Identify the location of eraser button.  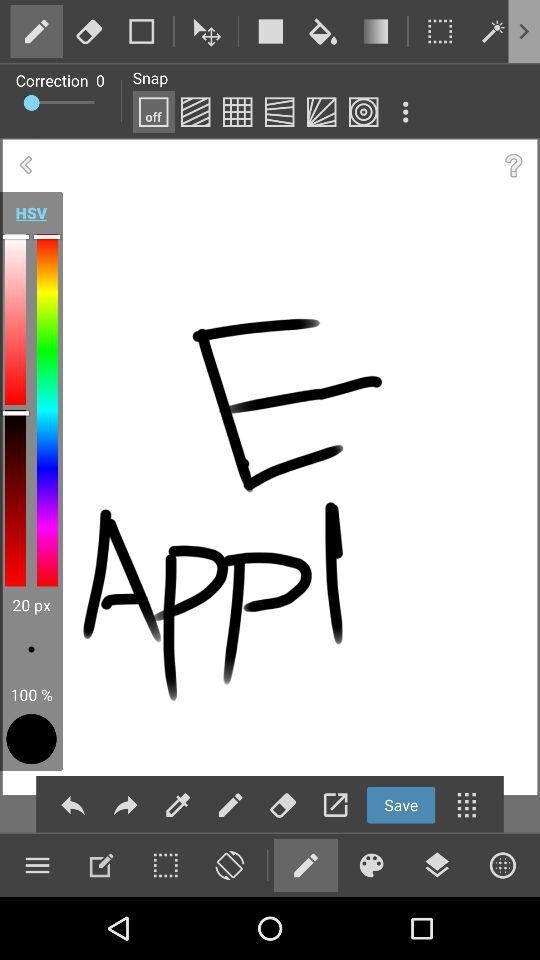
(88, 30).